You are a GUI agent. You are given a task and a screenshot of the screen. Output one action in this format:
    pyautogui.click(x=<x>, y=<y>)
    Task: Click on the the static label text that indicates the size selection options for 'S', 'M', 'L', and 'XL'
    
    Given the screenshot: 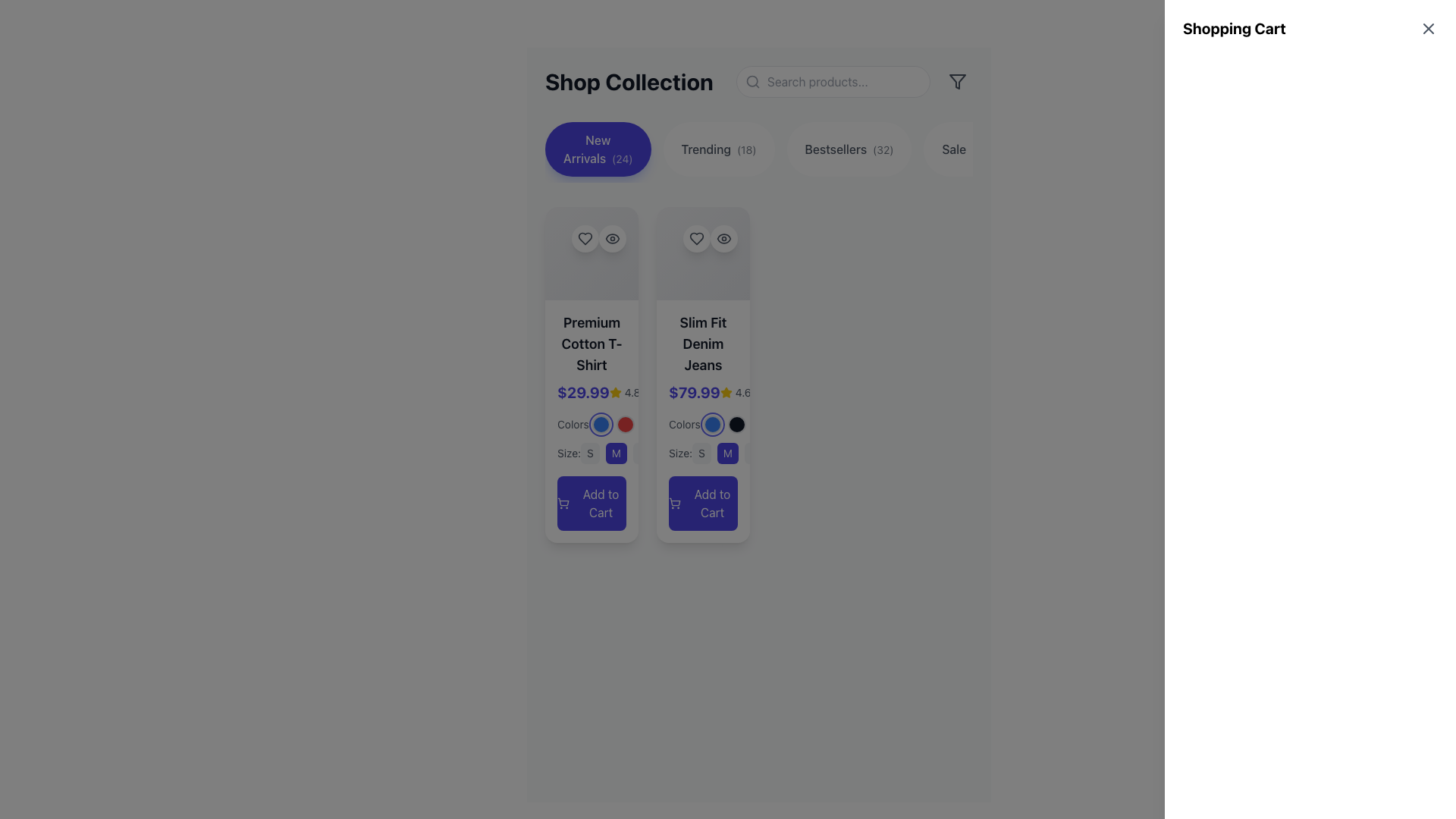 What is the action you would take?
    pyautogui.click(x=679, y=452)
    